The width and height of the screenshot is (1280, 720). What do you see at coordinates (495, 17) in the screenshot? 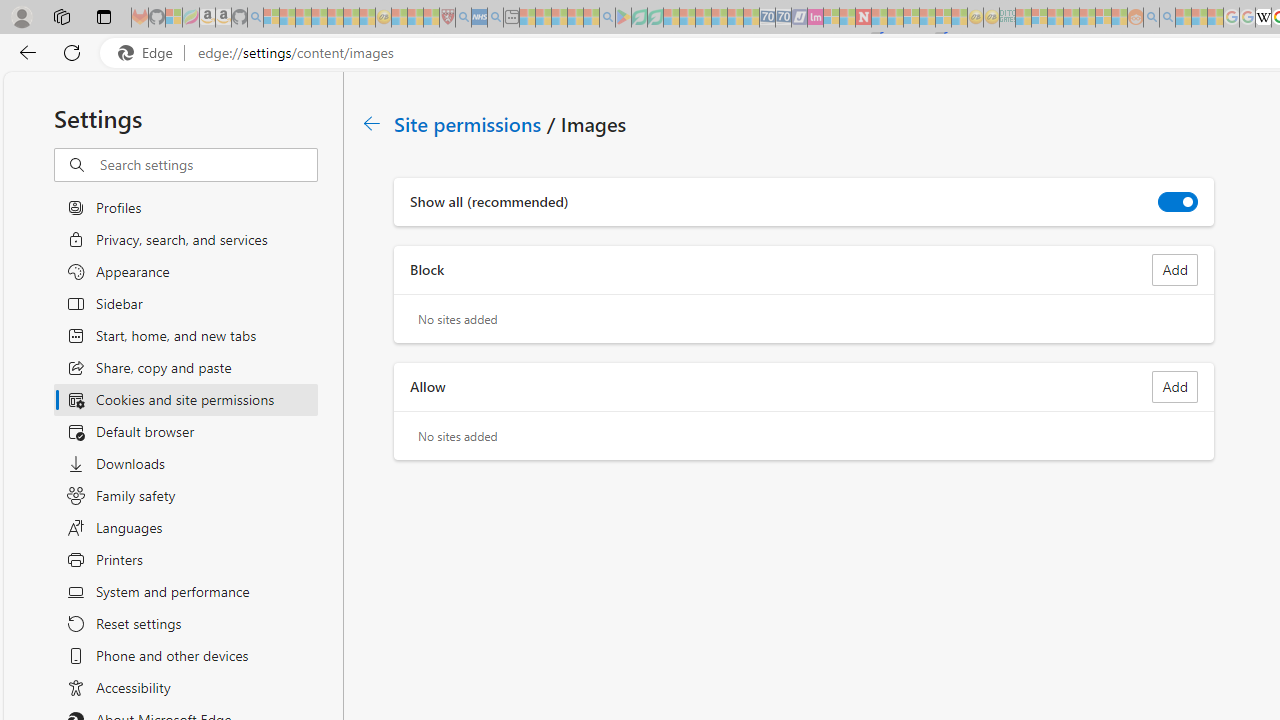
I see `'utah sues federal government - Search - Sleeping'` at bounding box center [495, 17].